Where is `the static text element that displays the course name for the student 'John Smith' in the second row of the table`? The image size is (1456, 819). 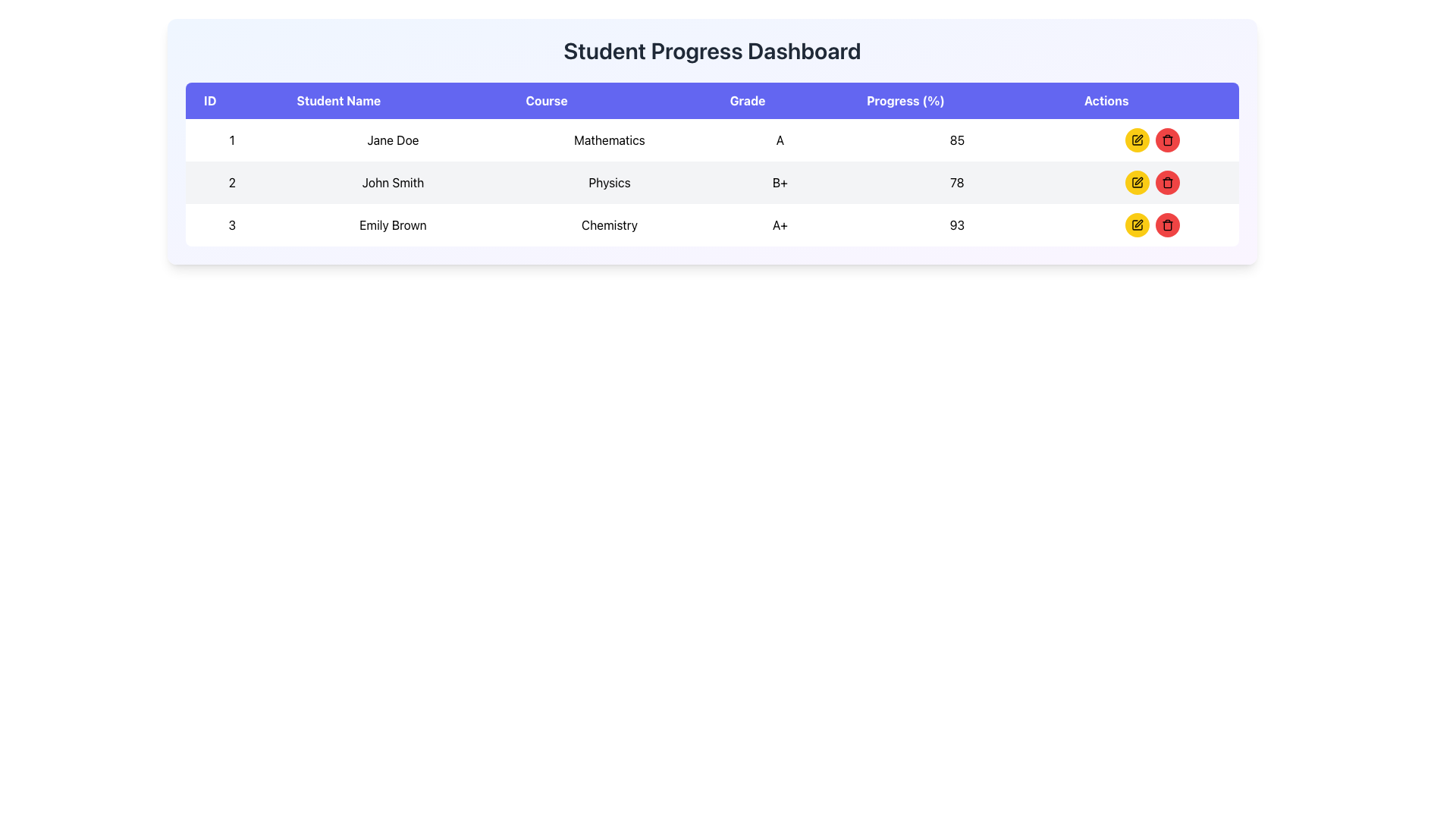
the static text element that displays the course name for the student 'John Smith' in the second row of the table is located at coordinates (610, 181).